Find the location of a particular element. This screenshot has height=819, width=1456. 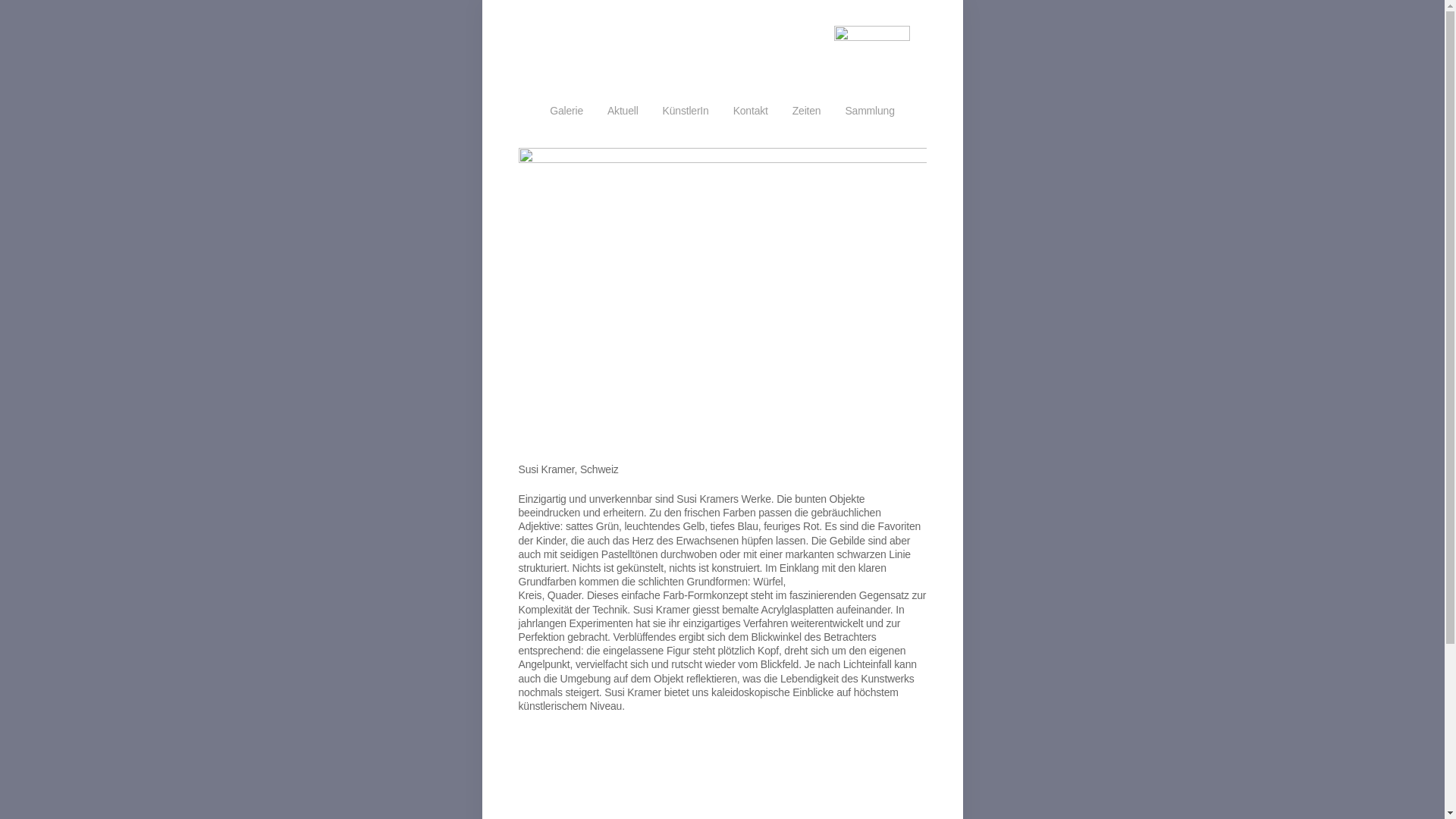

'Aktuell' is located at coordinates (607, 110).